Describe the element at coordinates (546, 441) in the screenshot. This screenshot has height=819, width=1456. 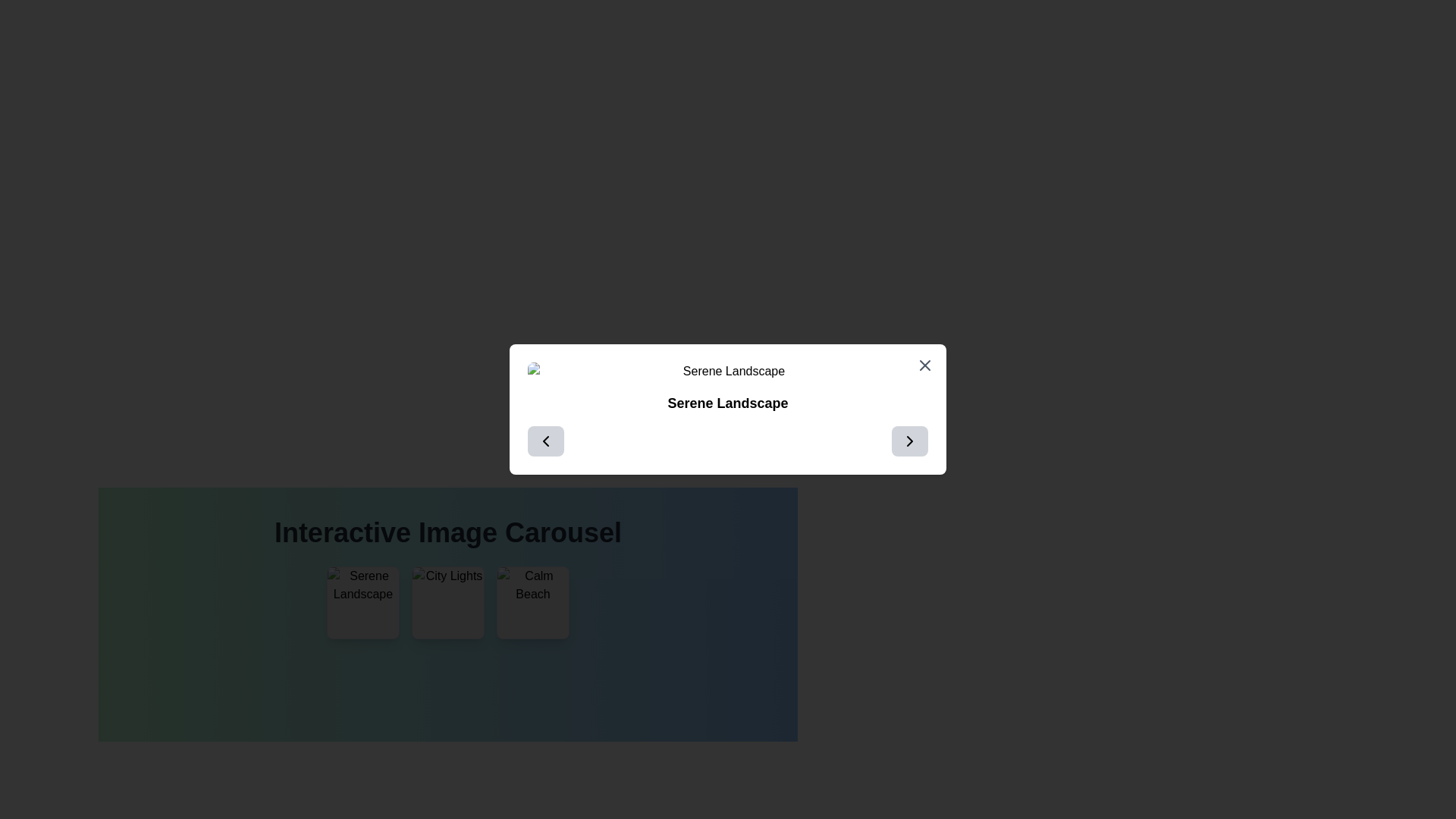
I see `the left-chevron arrow button, which is a minimalistic black icon on a light-gray rounded background` at that location.